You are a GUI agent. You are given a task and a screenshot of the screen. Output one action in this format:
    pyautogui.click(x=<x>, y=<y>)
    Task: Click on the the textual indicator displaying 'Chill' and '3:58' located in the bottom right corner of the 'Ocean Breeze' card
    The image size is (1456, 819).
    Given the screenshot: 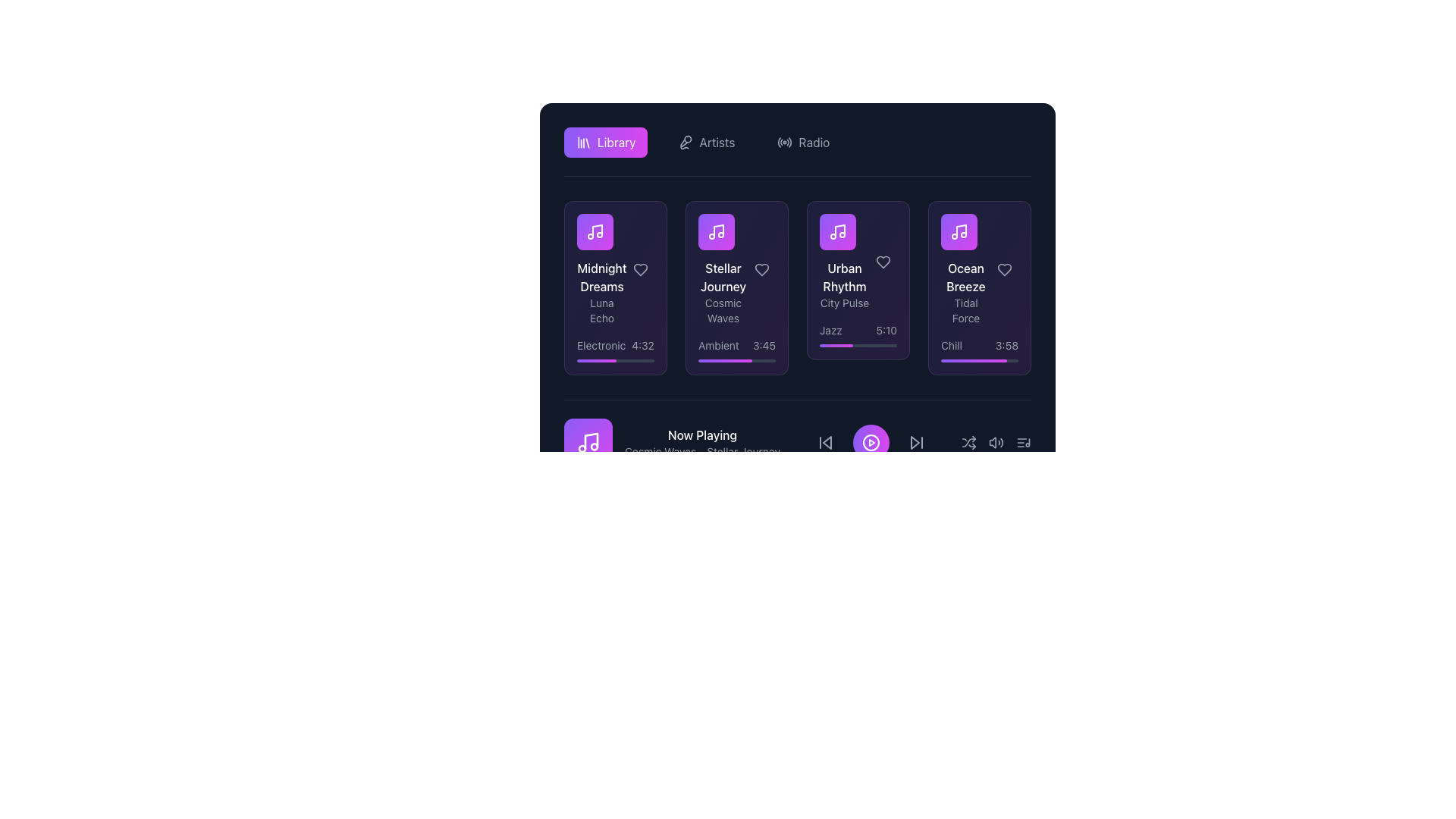 What is the action you would take?
    pyautogui.click(x=979, y=345)
    